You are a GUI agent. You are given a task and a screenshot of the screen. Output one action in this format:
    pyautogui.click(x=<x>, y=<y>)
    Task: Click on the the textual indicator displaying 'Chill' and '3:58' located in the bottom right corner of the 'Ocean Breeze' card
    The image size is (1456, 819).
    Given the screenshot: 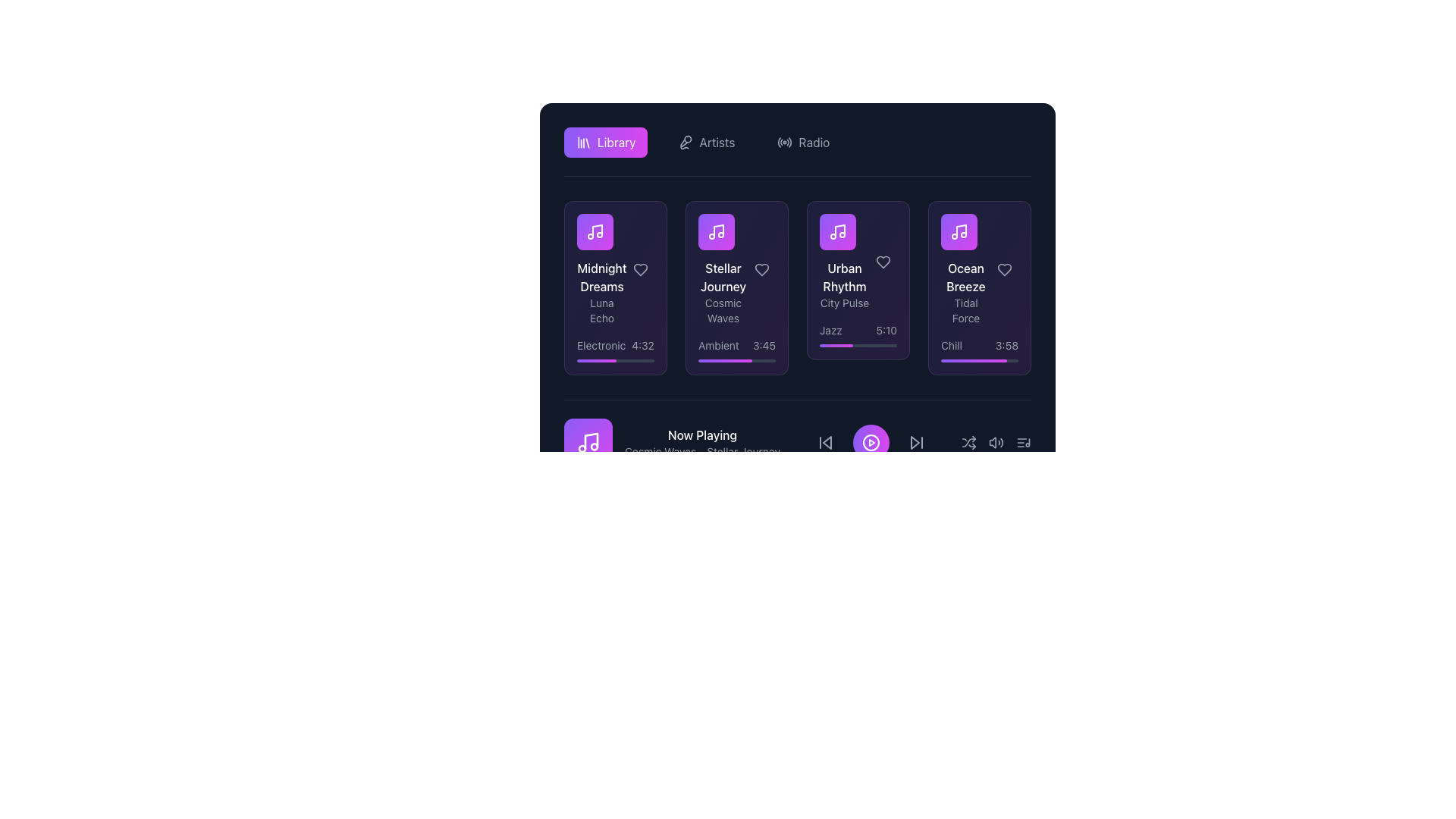 What is the action you would take?
    pyautogui.click(x=979, y=345)
    